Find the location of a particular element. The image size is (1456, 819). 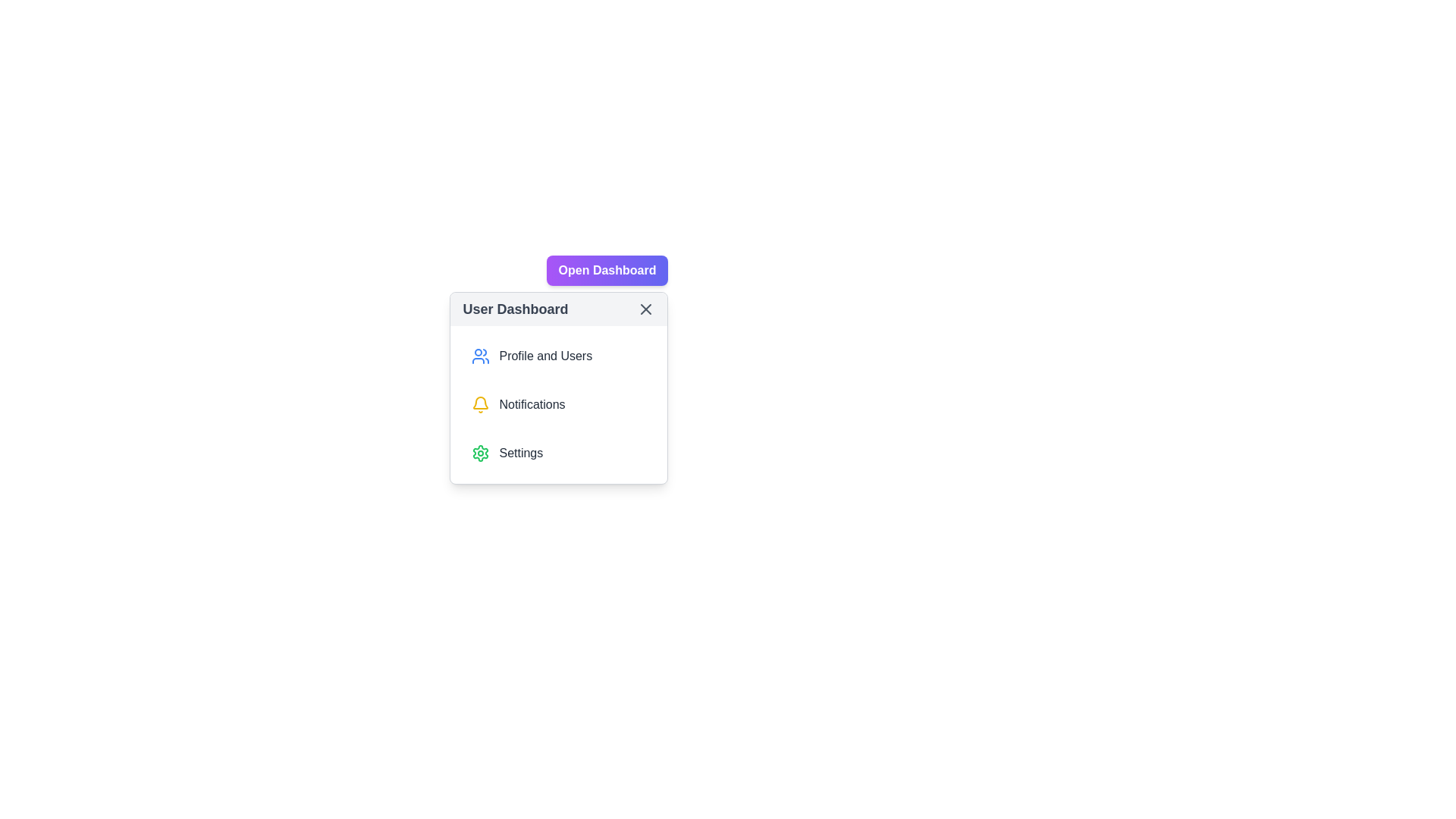

the close button located at the top right corner of the 'User Dashboard' is located at coordinates (646, 309).